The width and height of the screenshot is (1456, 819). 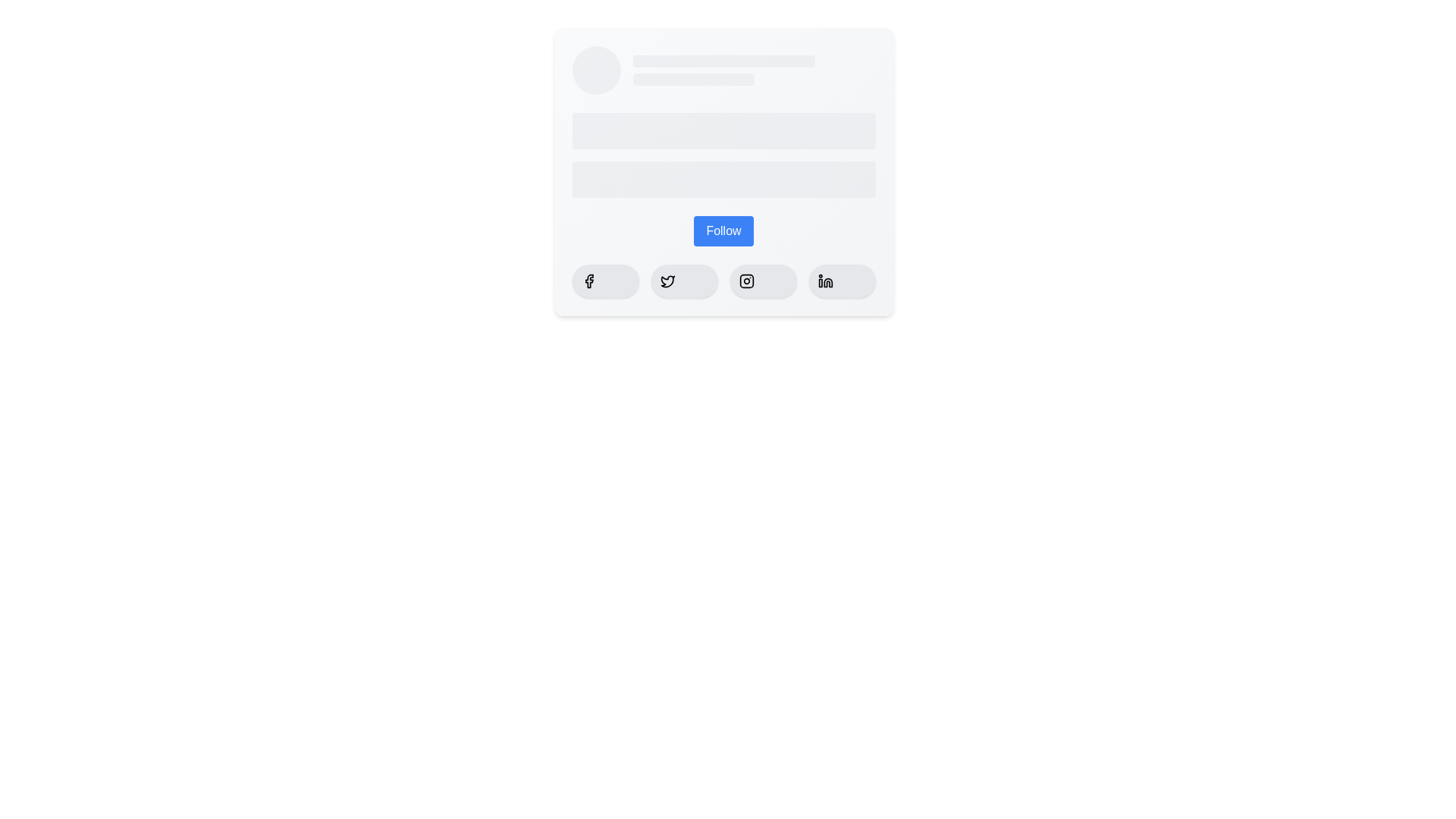 I want to click on the Facebook logo icon, which is a small, minimalistic icon located at the far-left position in a row of social media icons beneath the 'Follow' button, so click(x=588, y=281).